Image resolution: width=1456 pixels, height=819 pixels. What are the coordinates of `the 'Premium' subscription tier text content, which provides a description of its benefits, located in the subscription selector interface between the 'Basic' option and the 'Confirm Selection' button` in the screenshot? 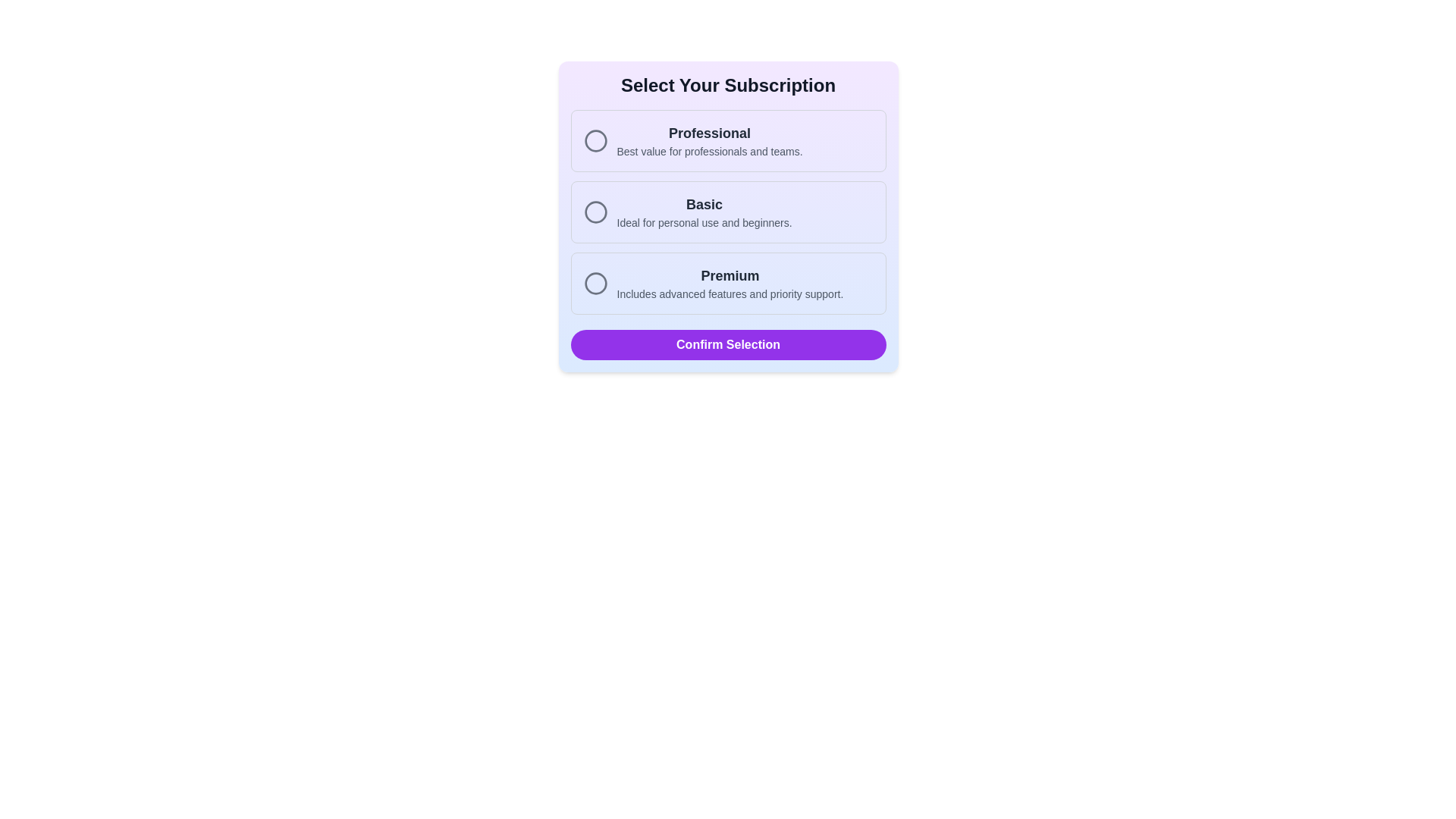 It's located at (730, 284).